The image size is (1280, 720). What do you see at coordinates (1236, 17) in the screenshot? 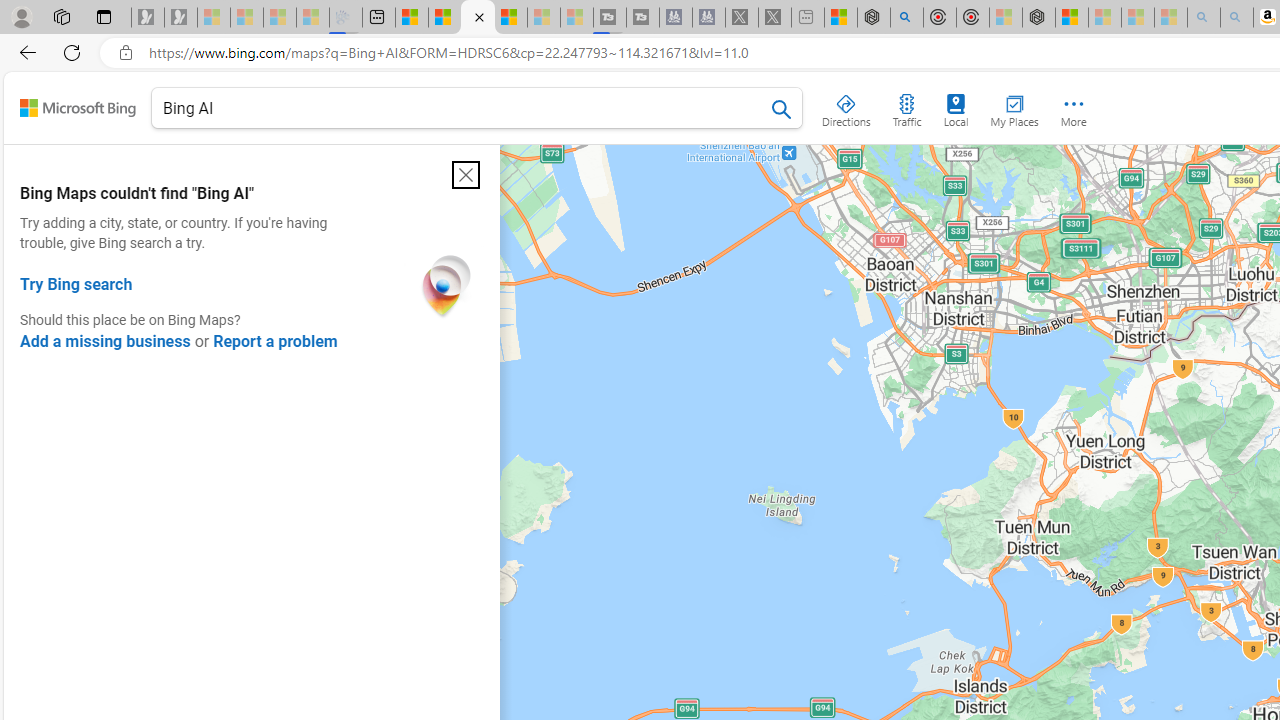
I see `'Amazon Echo Dot PNG - Search Images - Sleeping'` at bounding box center [1236, 17].